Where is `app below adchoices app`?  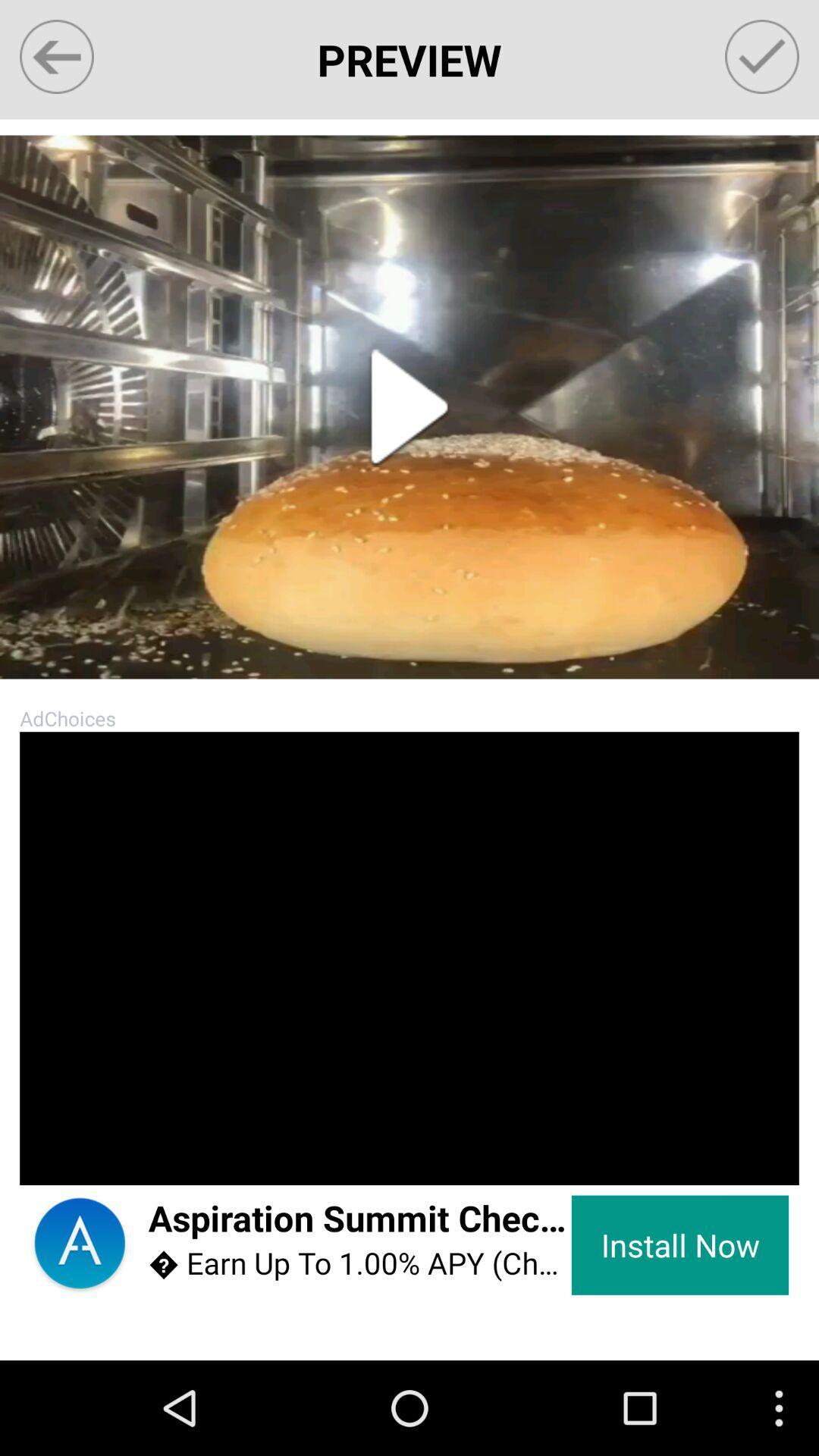
app below adchoices app is located at coordinates (47, 1156).